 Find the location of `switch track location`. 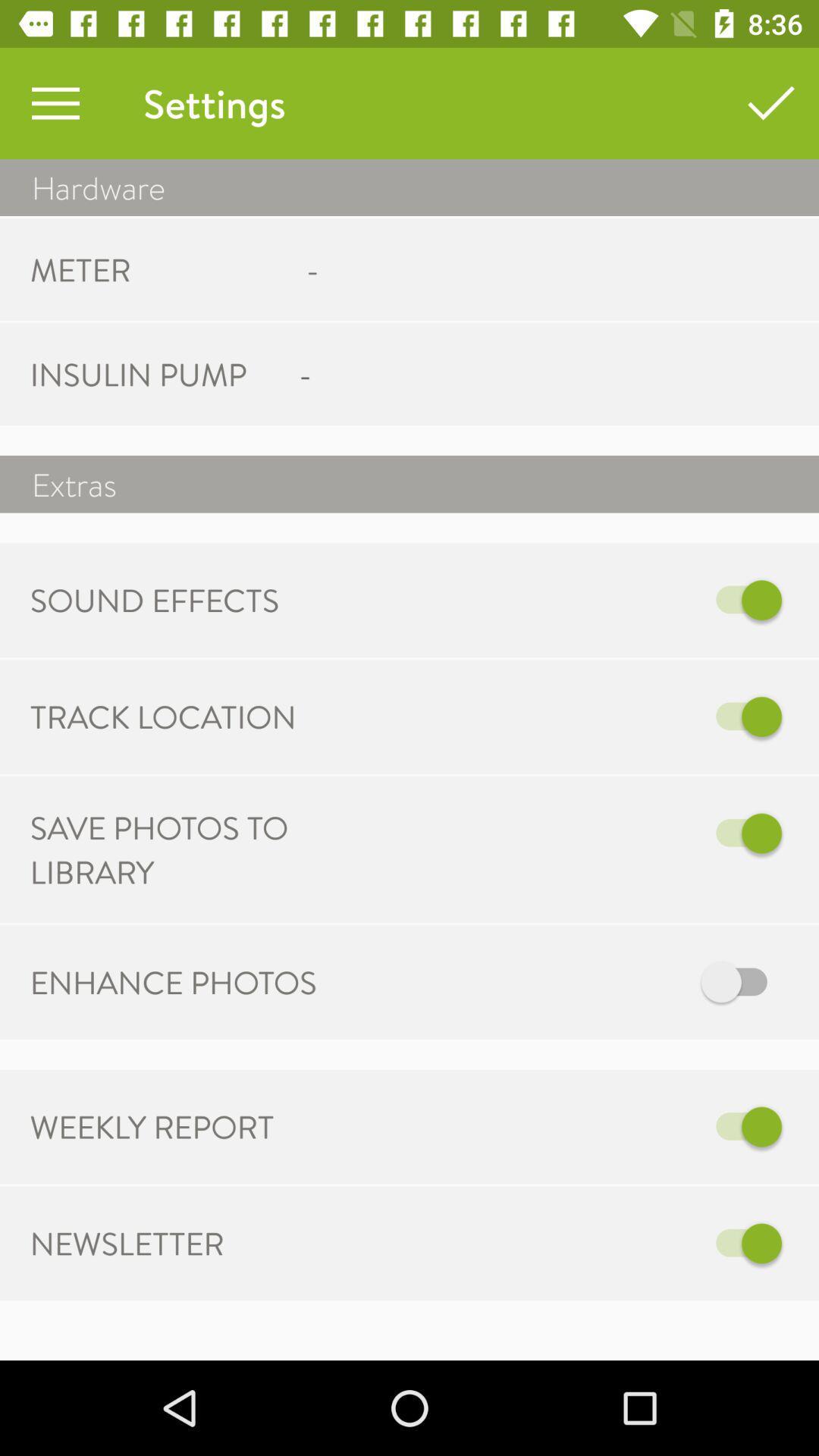

switch track location is located at coordinates (566, 716).